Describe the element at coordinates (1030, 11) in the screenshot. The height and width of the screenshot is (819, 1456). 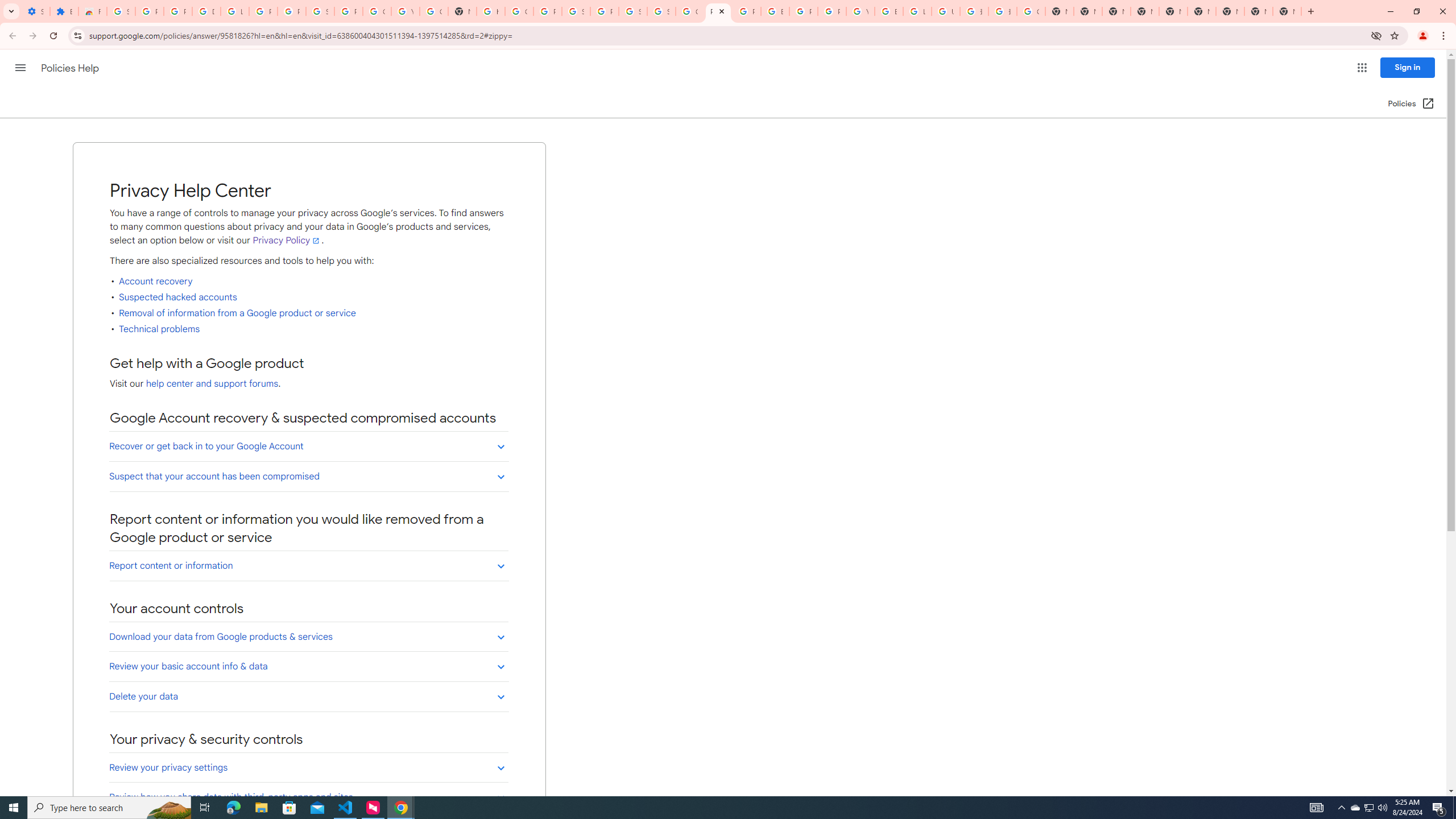
I see `'Google Images'` at that location.